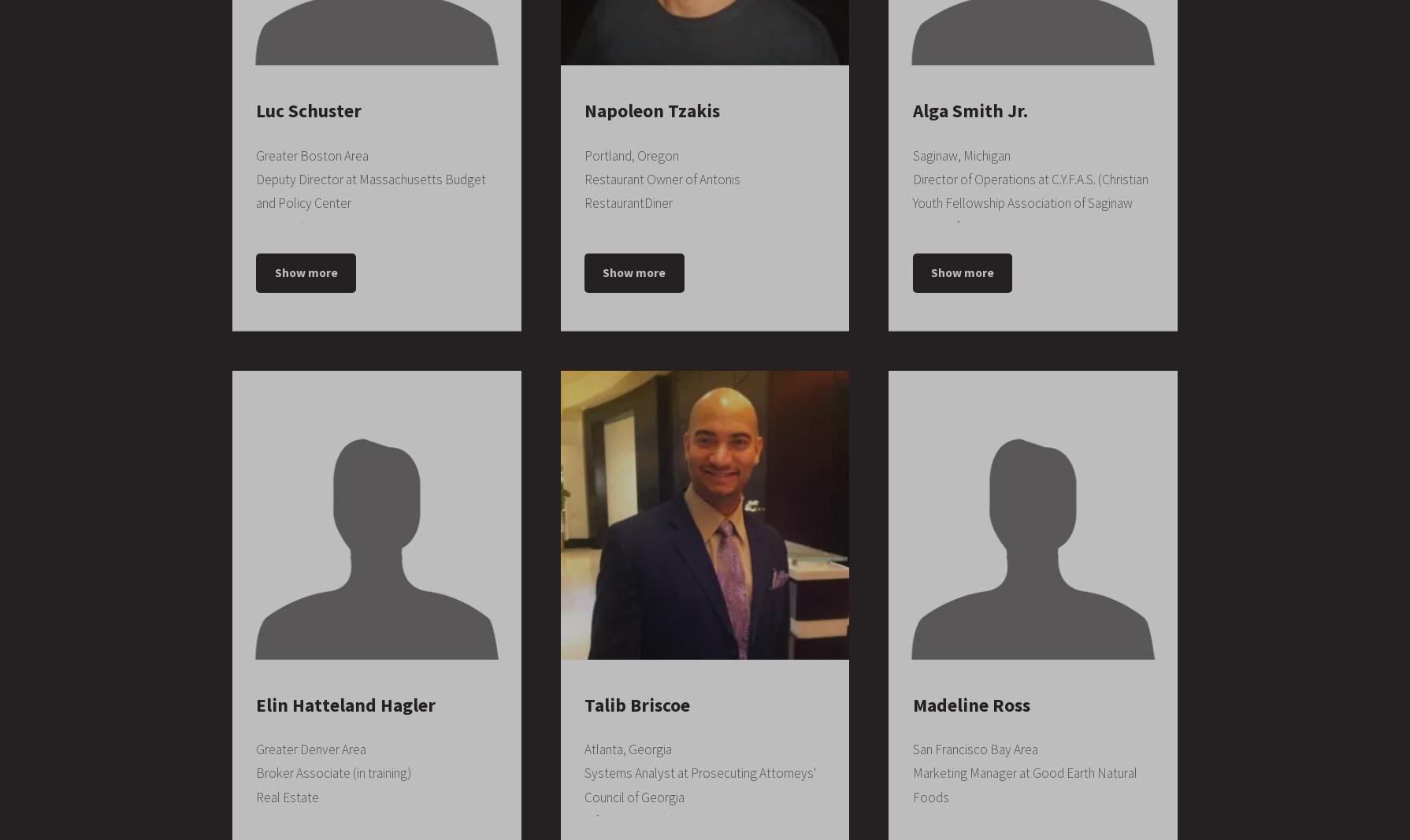 This screenshot has width=1410, height=840. Describe the element at coordinates (646, 360) in the screenshot. I see `'University of Wisconsin Milwaukee'` at that location.